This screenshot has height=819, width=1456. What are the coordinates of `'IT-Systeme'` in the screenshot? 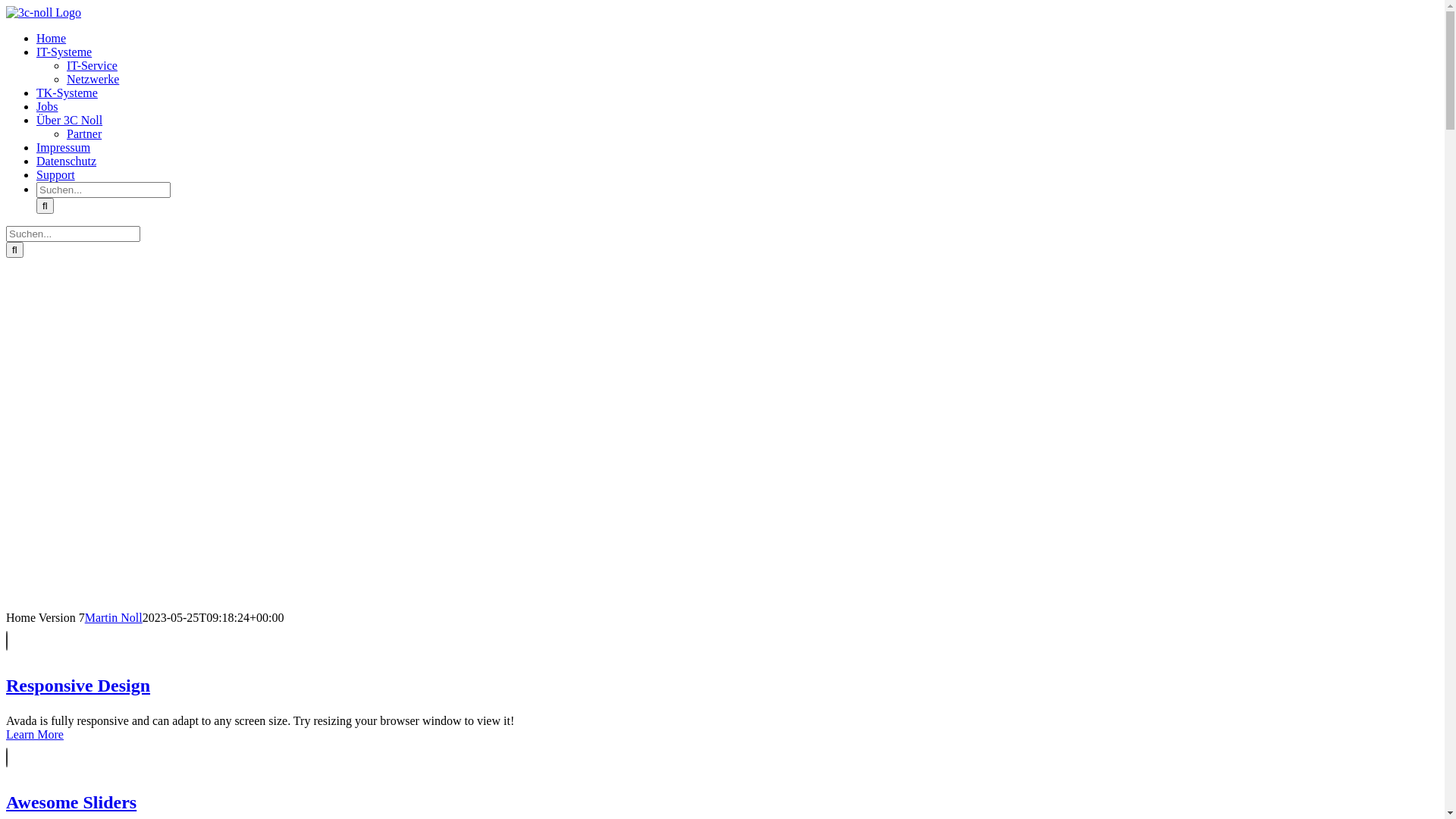 It's located at (63, 51).